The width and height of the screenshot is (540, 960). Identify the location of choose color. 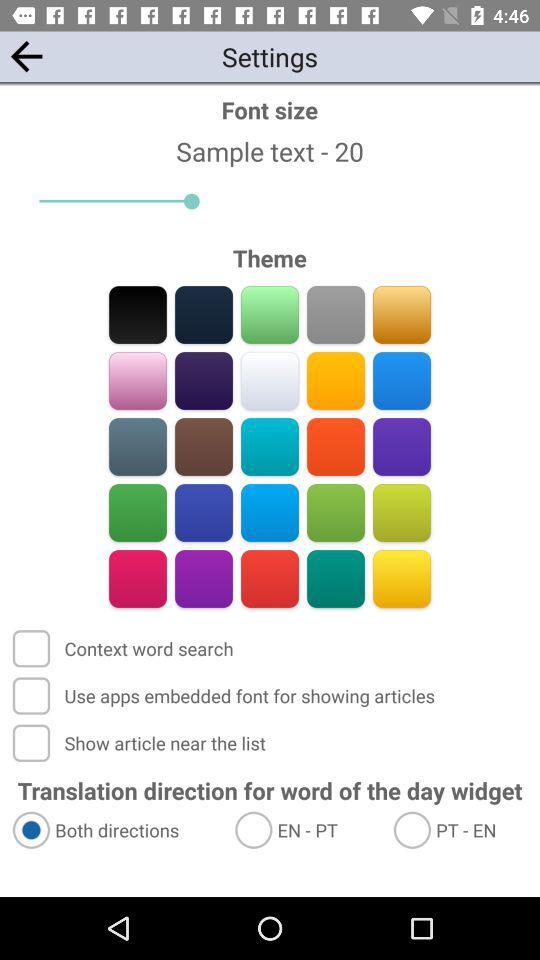
(335, 446).